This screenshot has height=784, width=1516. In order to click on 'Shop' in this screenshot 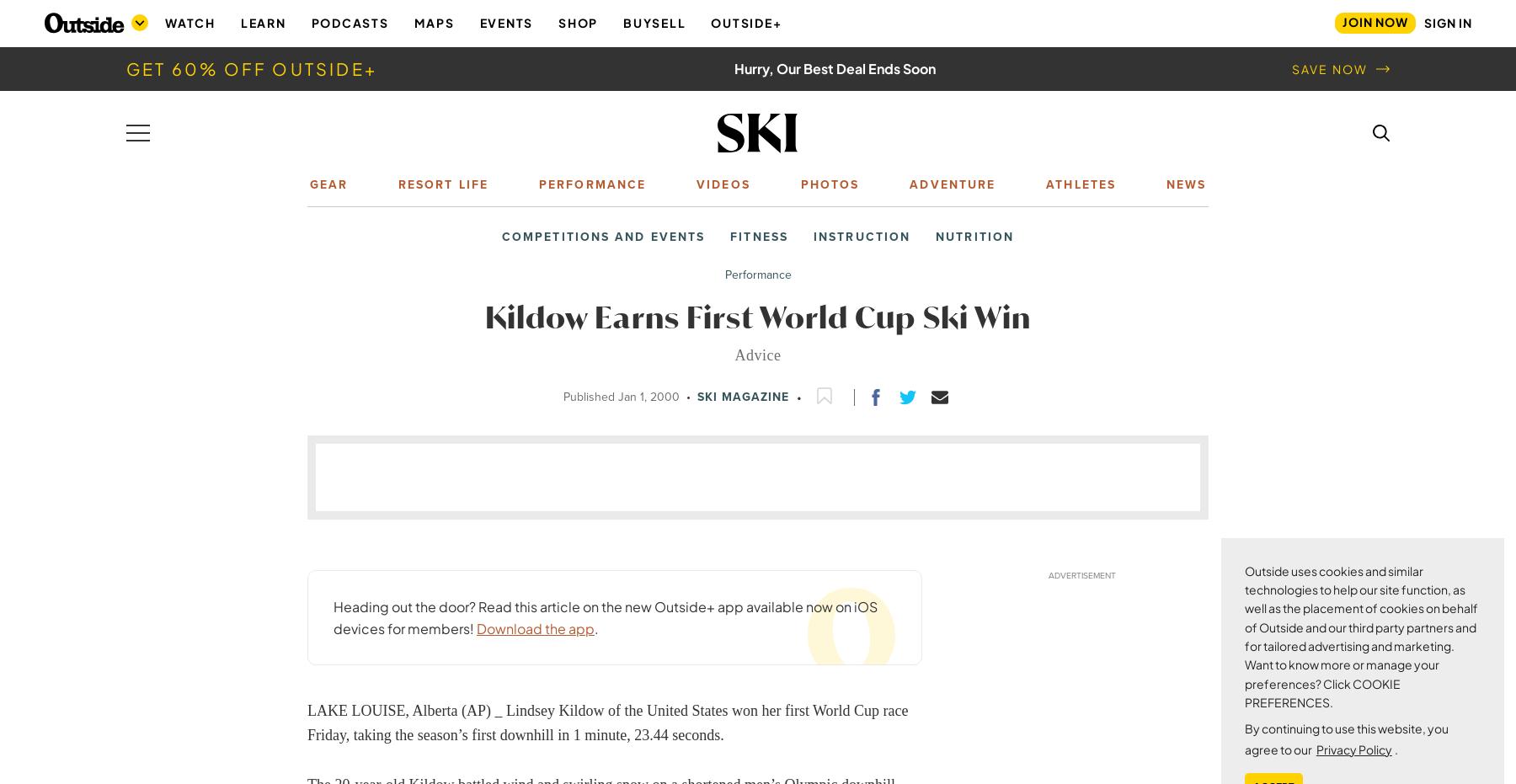, I will do `click(577, 21)`.